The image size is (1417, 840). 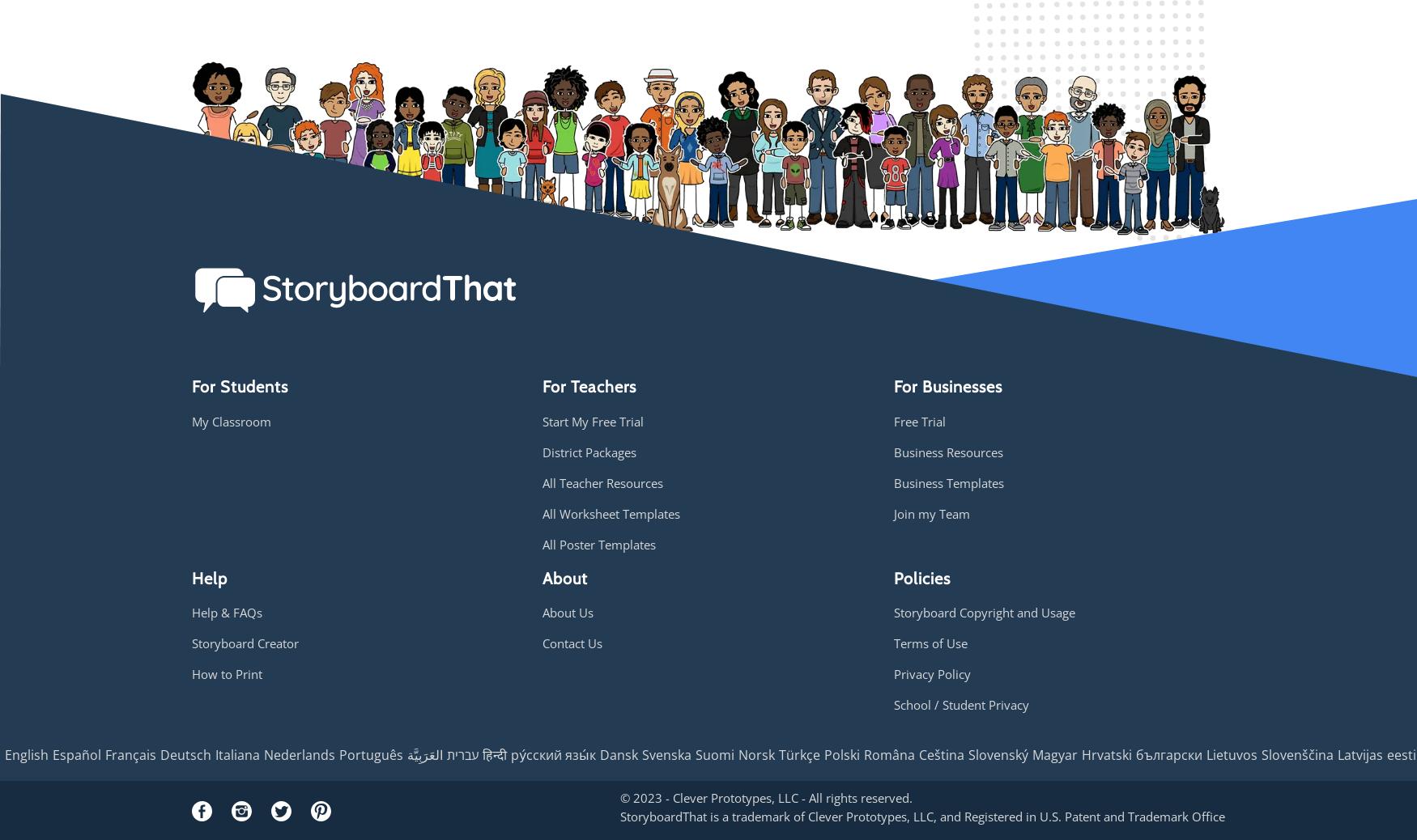 I want to click on '© 2023 - Clever Prototypes, LLC - All rights reserved.', so click(x=766, y=797).